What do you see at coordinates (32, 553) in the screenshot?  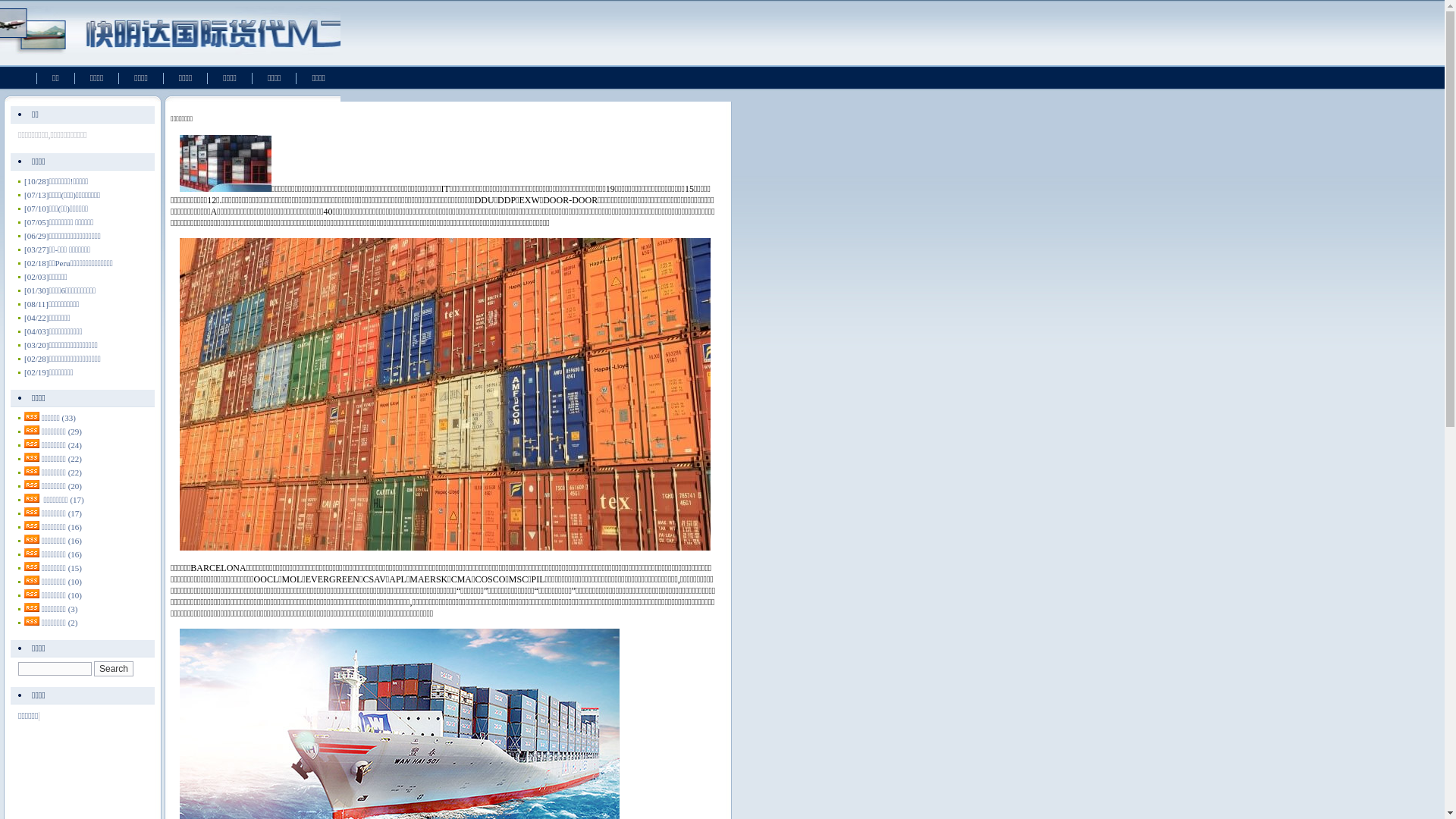 I see `'rss'` at bounding box center [32, 553].